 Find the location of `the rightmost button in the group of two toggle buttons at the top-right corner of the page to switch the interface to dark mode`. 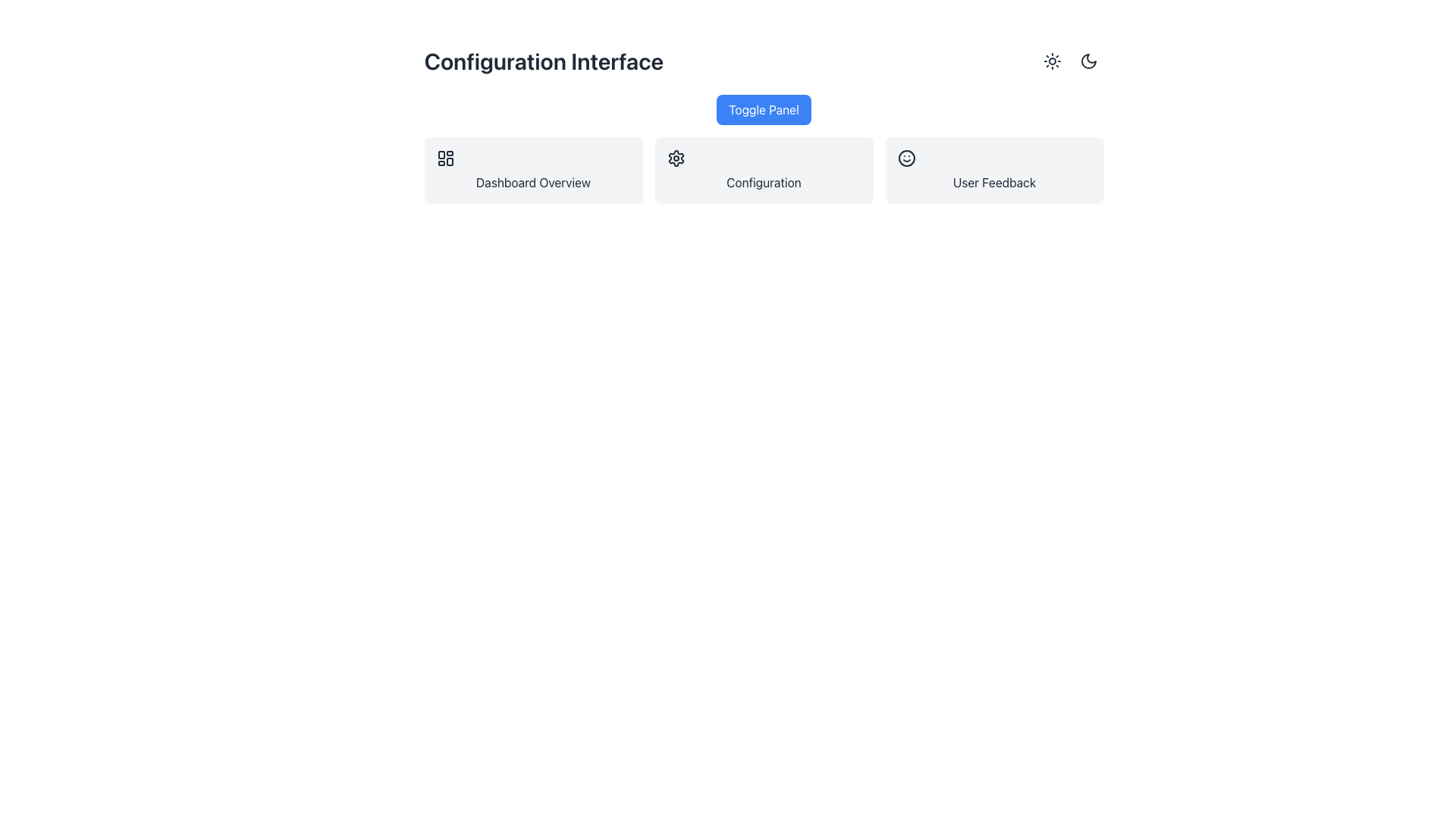

the rightmost button in the group of two toggle buttons at the top-right corner of the page to switch the interface to dark mode is located at coordinates (1087, 61).